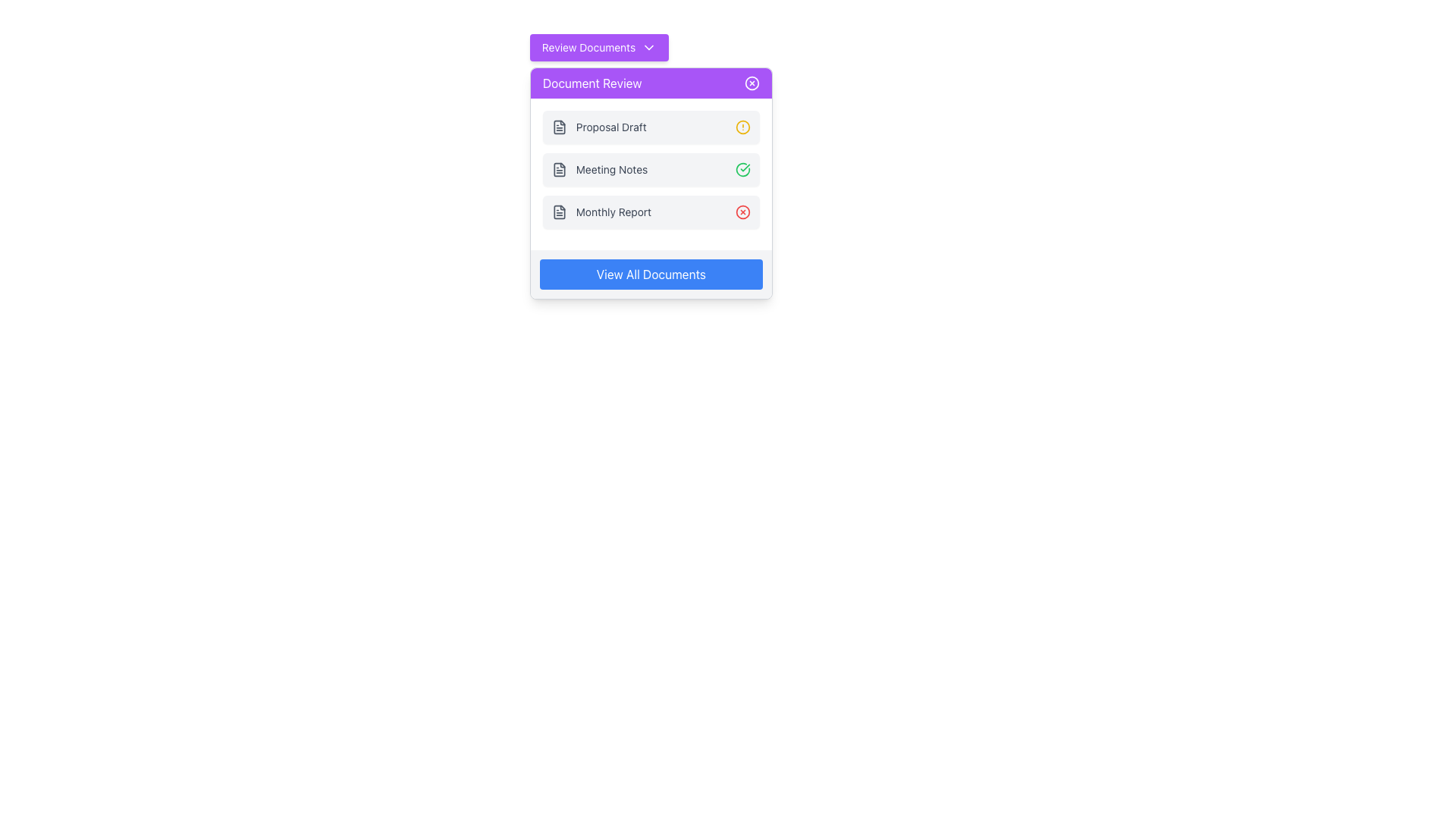 The height and width of the screenshot is (819, 1456). Describe the element at coordinates (651, 275) in the screenshot. I see `the button located at the bottom of the 'Document Review' panel` at that location.